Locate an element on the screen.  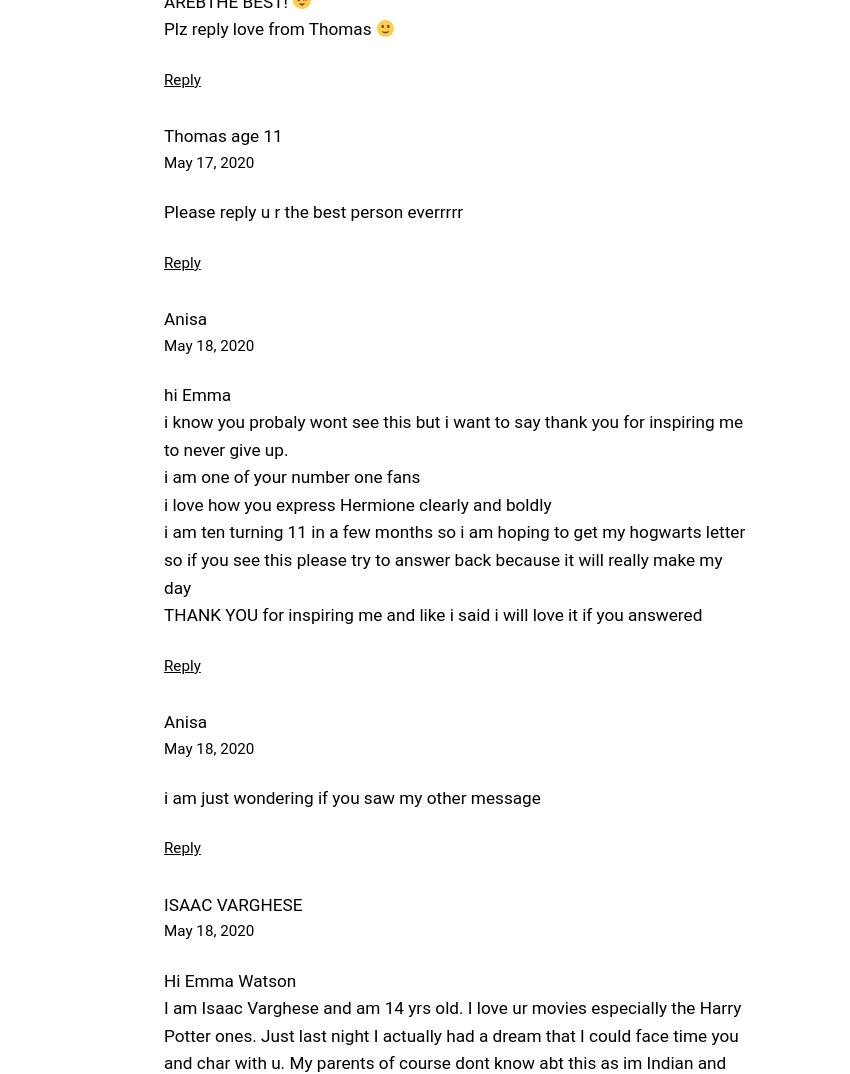
'Please reply u r the best person everrrrr' is located at coordinates (313, 212).